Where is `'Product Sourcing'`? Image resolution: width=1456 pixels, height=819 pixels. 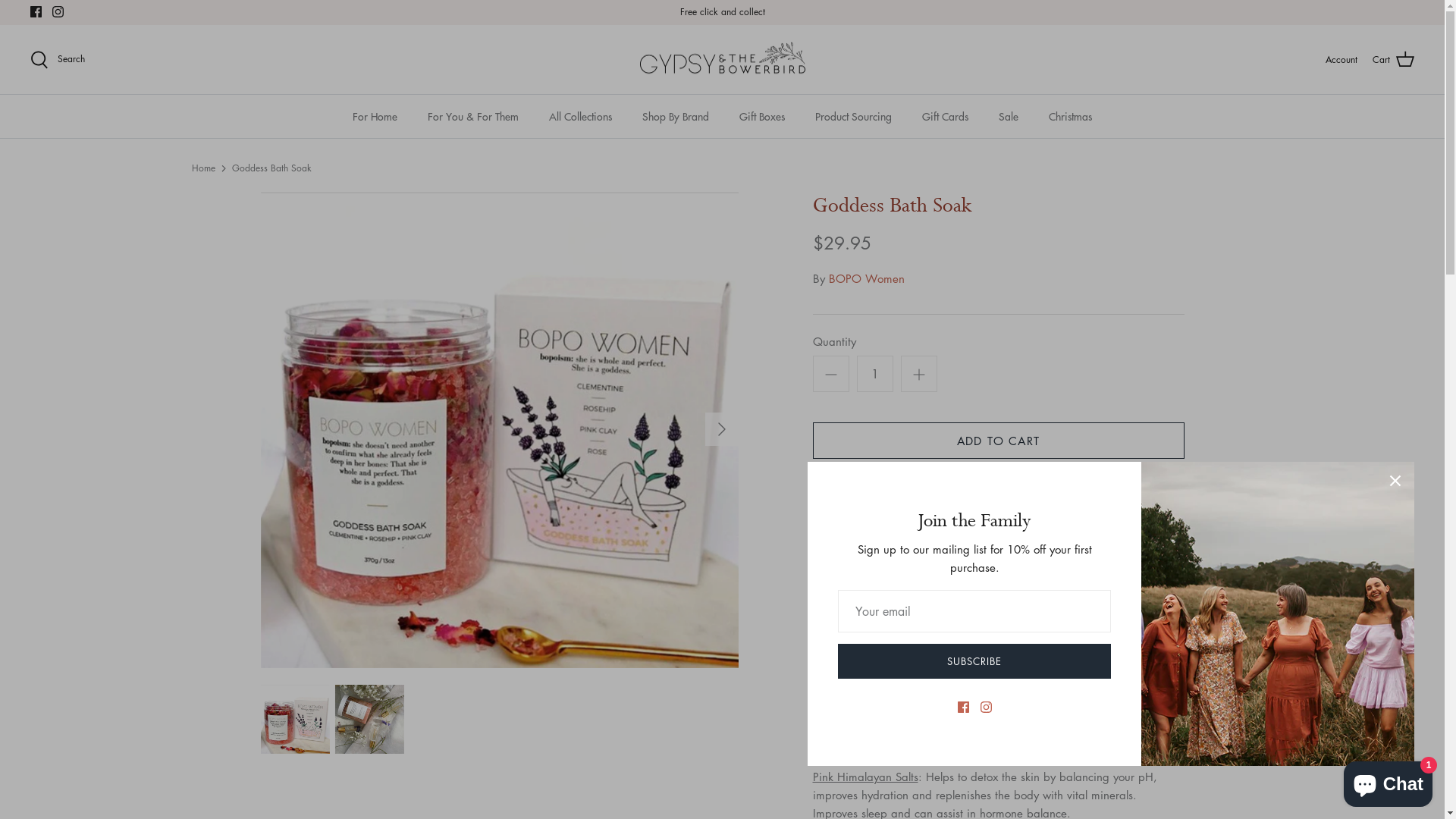
'Product Sourcing' is located at coordinates (853, 115).